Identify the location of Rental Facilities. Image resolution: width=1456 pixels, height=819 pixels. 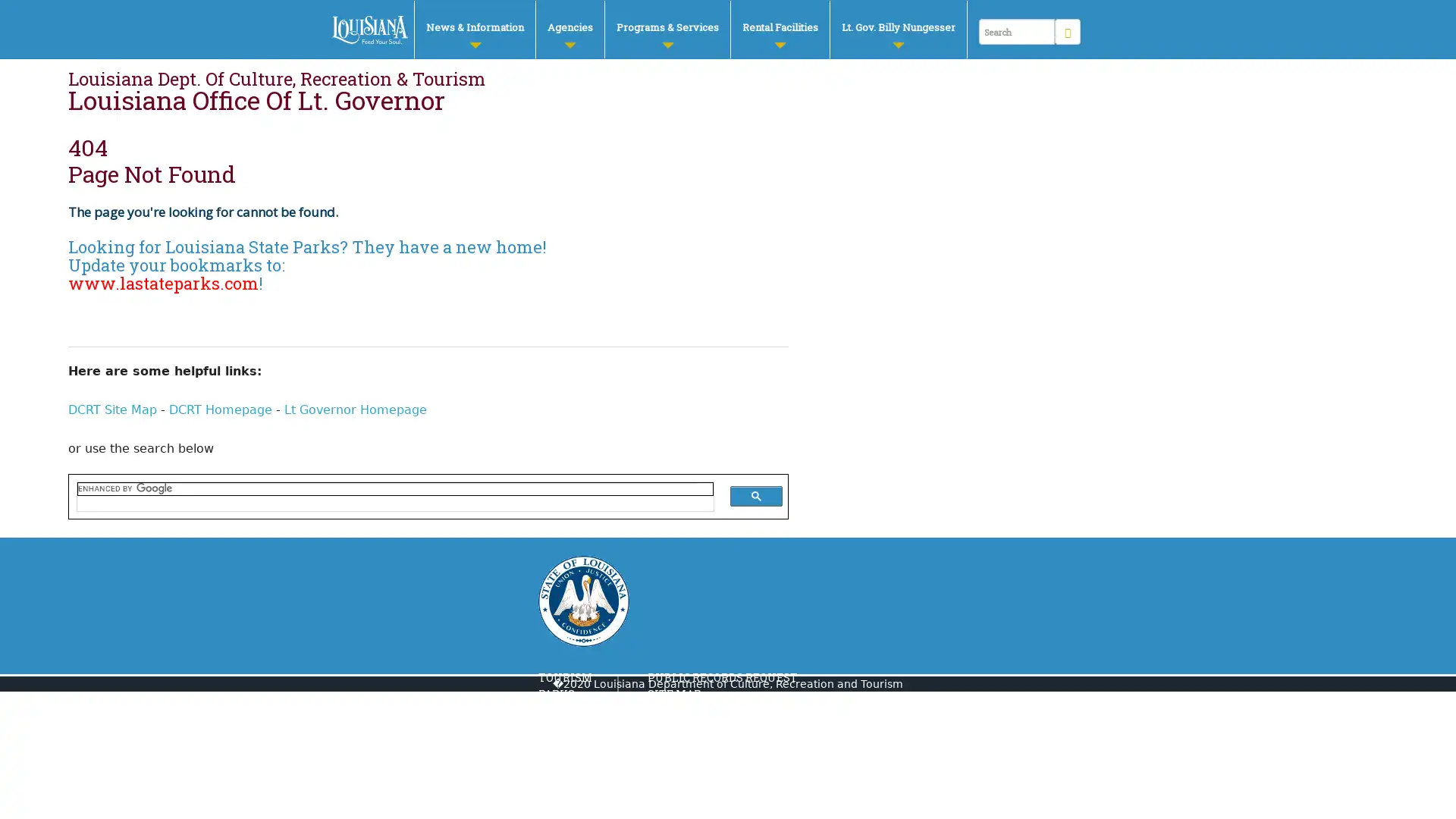
(780, 29).